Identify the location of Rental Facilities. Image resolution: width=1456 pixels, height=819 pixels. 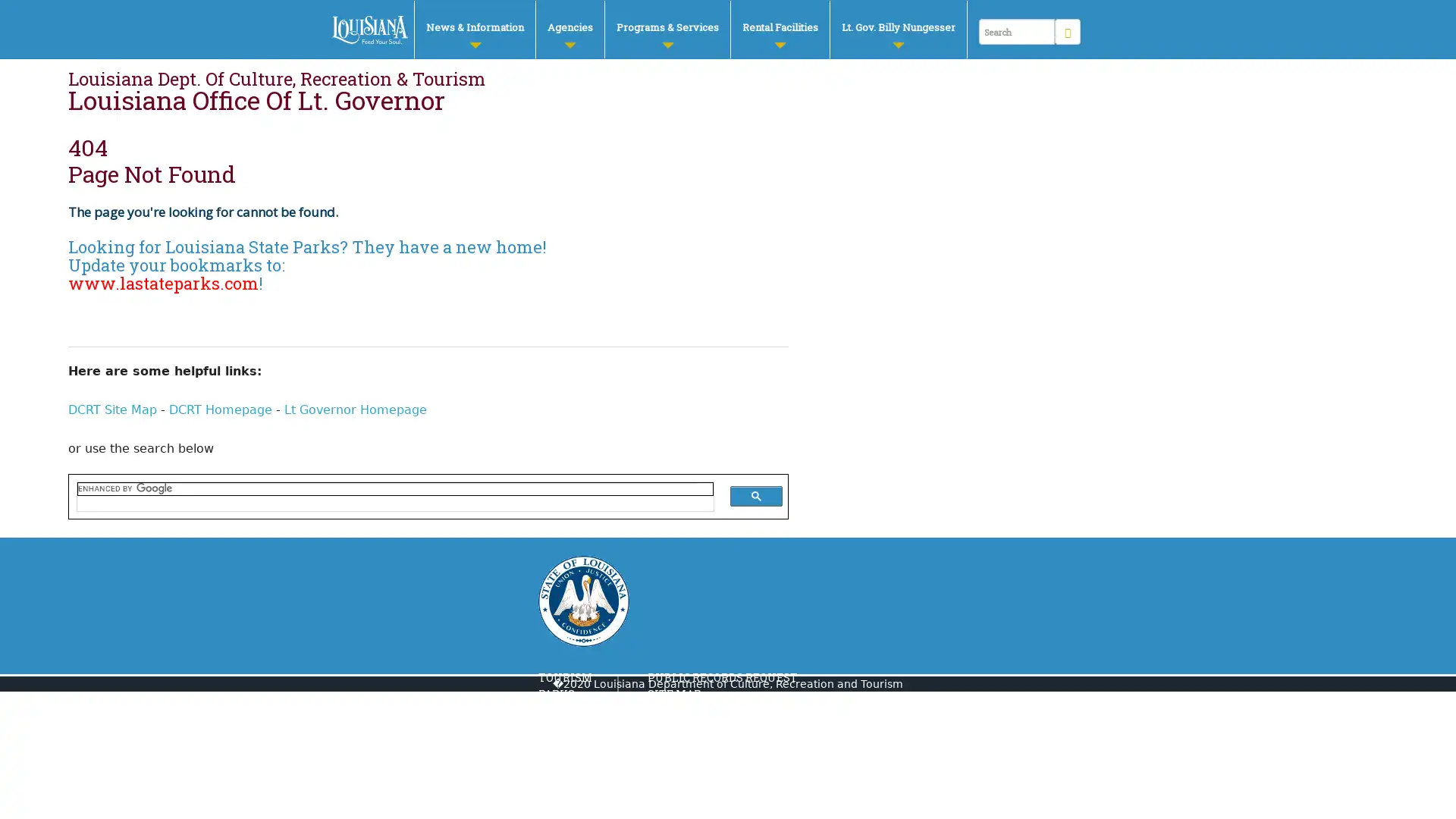
(780, 29).